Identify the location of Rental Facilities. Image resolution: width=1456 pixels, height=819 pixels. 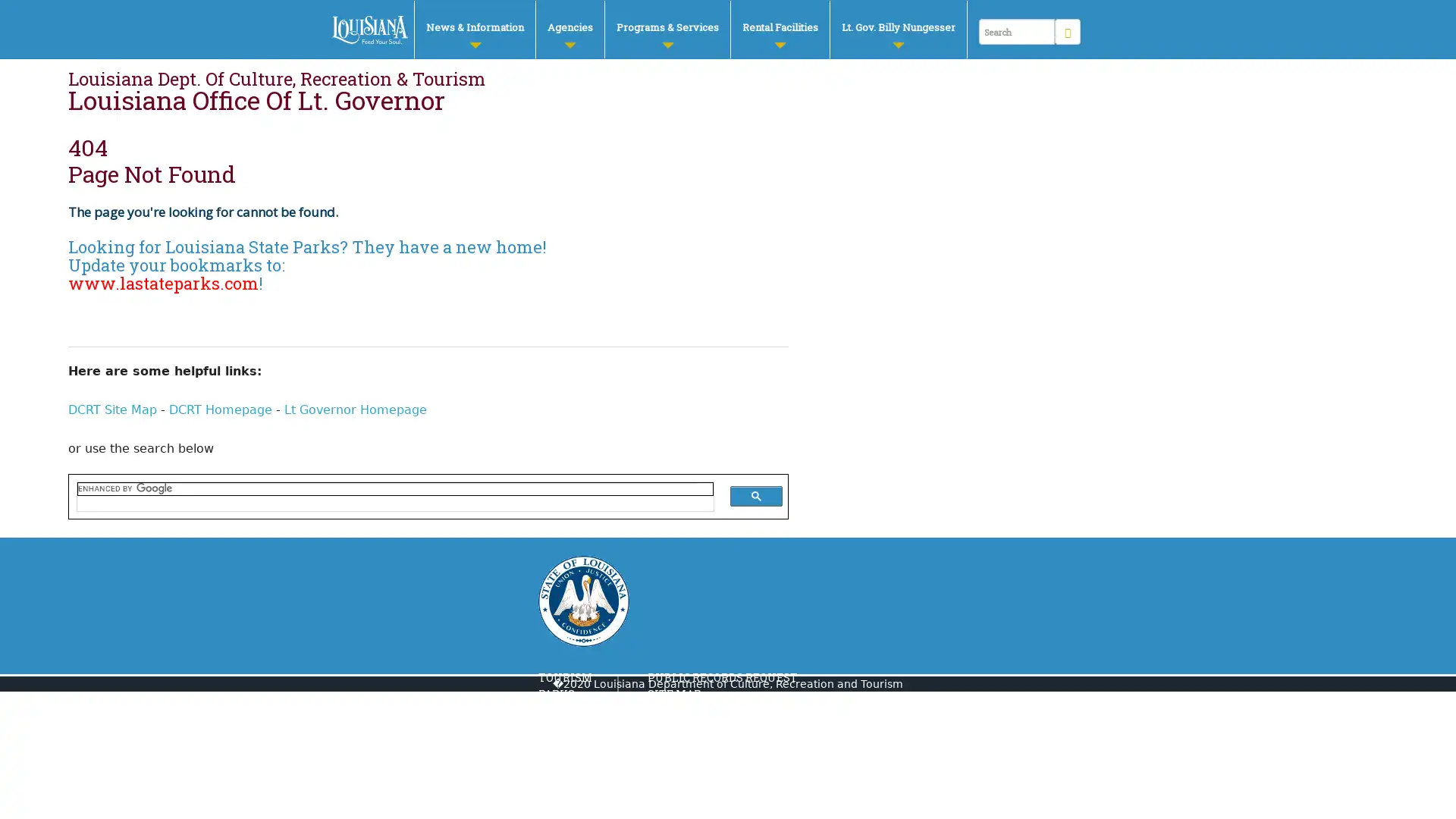
(780, 29).